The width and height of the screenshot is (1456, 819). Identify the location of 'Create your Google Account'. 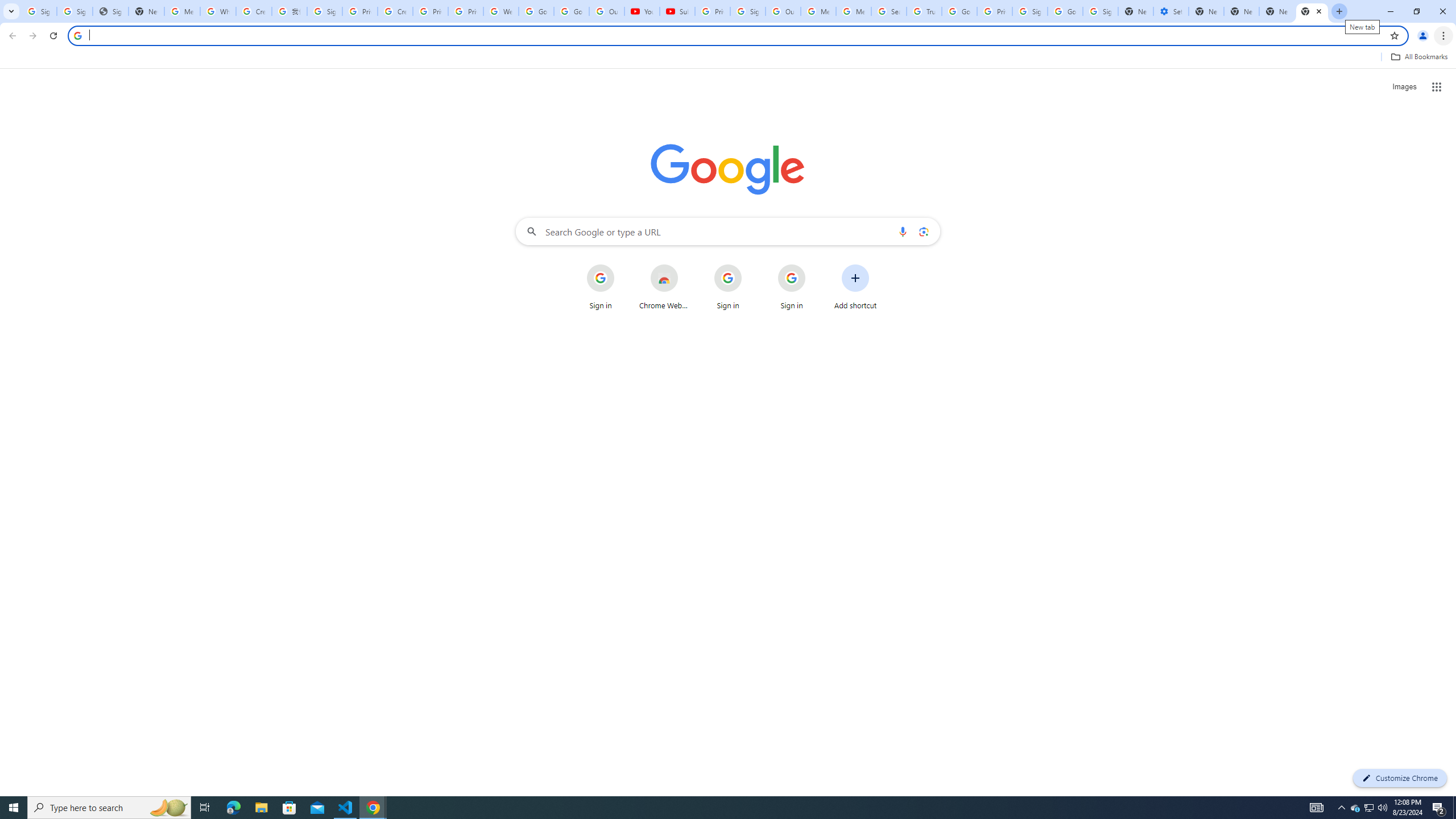
(253, 11).